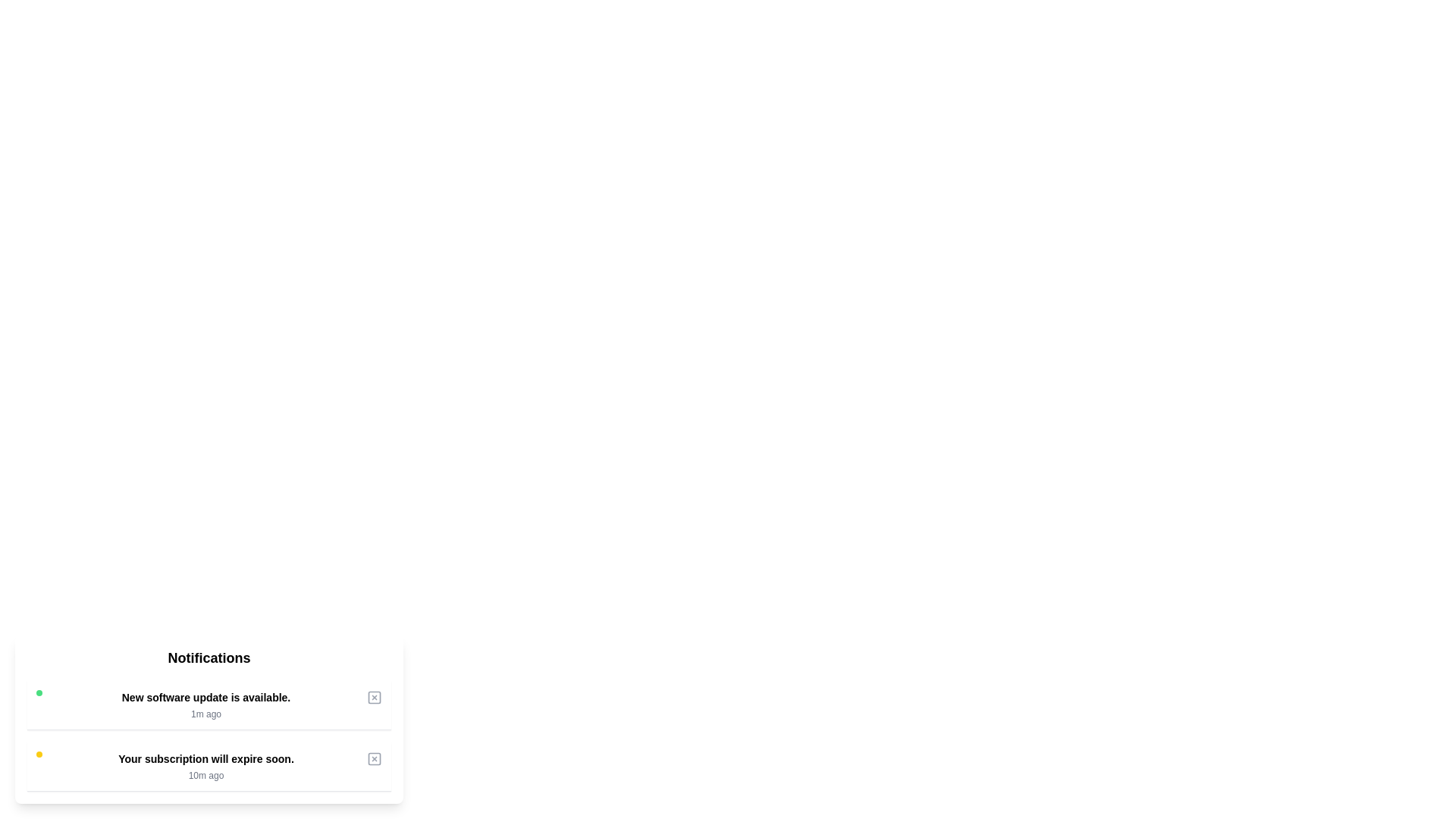  I want to click on the timestamp text label indicating '1 minute ago', which is located below the notification message about the software update, so click(206, 714).